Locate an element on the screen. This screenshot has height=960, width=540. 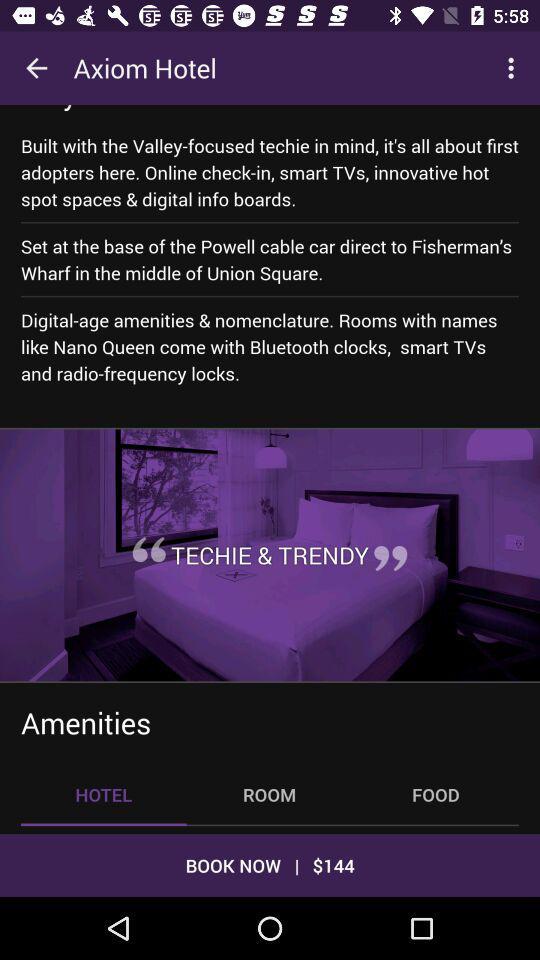
icon to the right of room is located at coordinates (434, 794).